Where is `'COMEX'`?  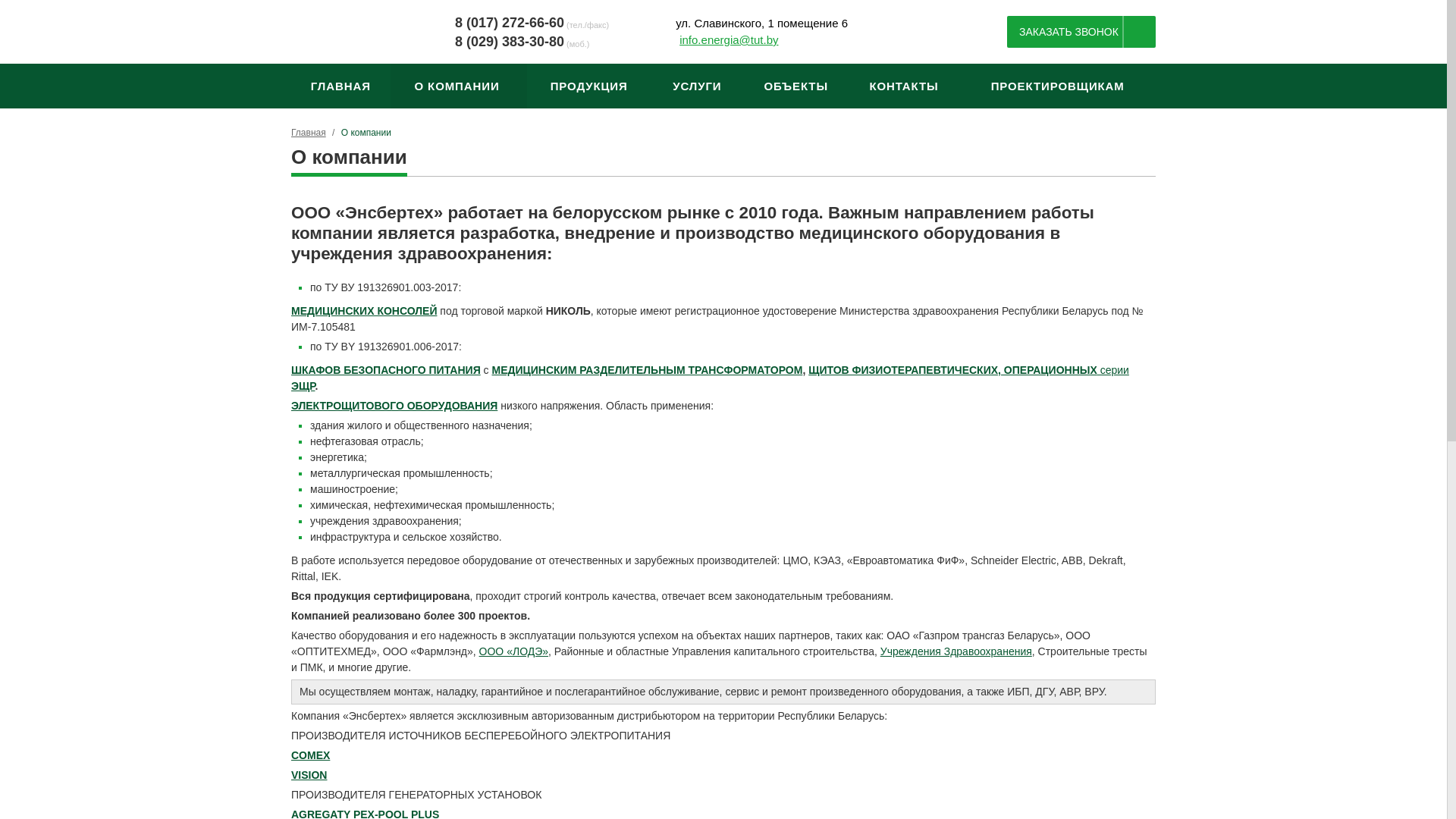 'COMEX' is located at coordinates (309, 755).